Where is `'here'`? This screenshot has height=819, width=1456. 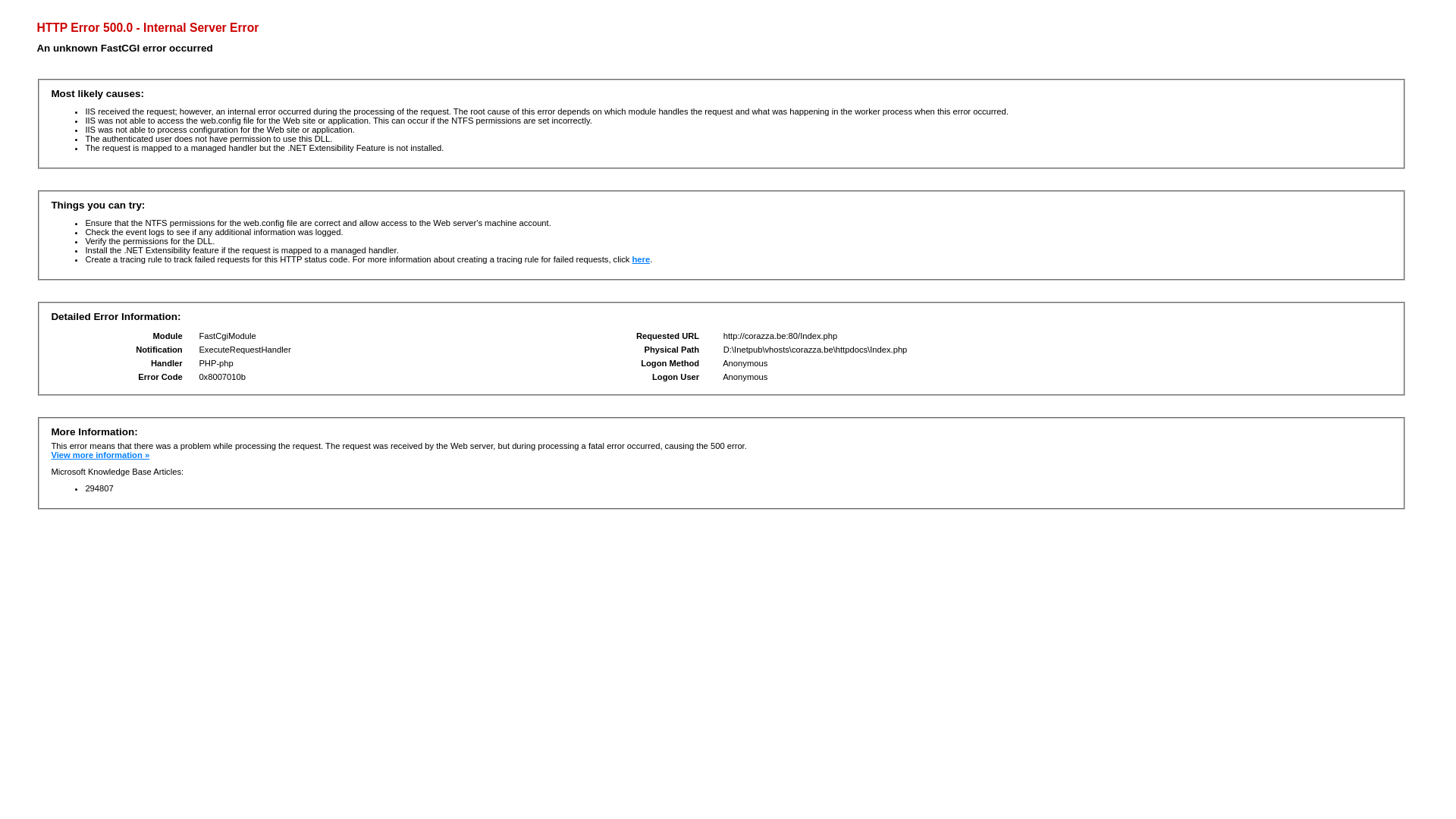 'here' is located at coordinates (640, 259).